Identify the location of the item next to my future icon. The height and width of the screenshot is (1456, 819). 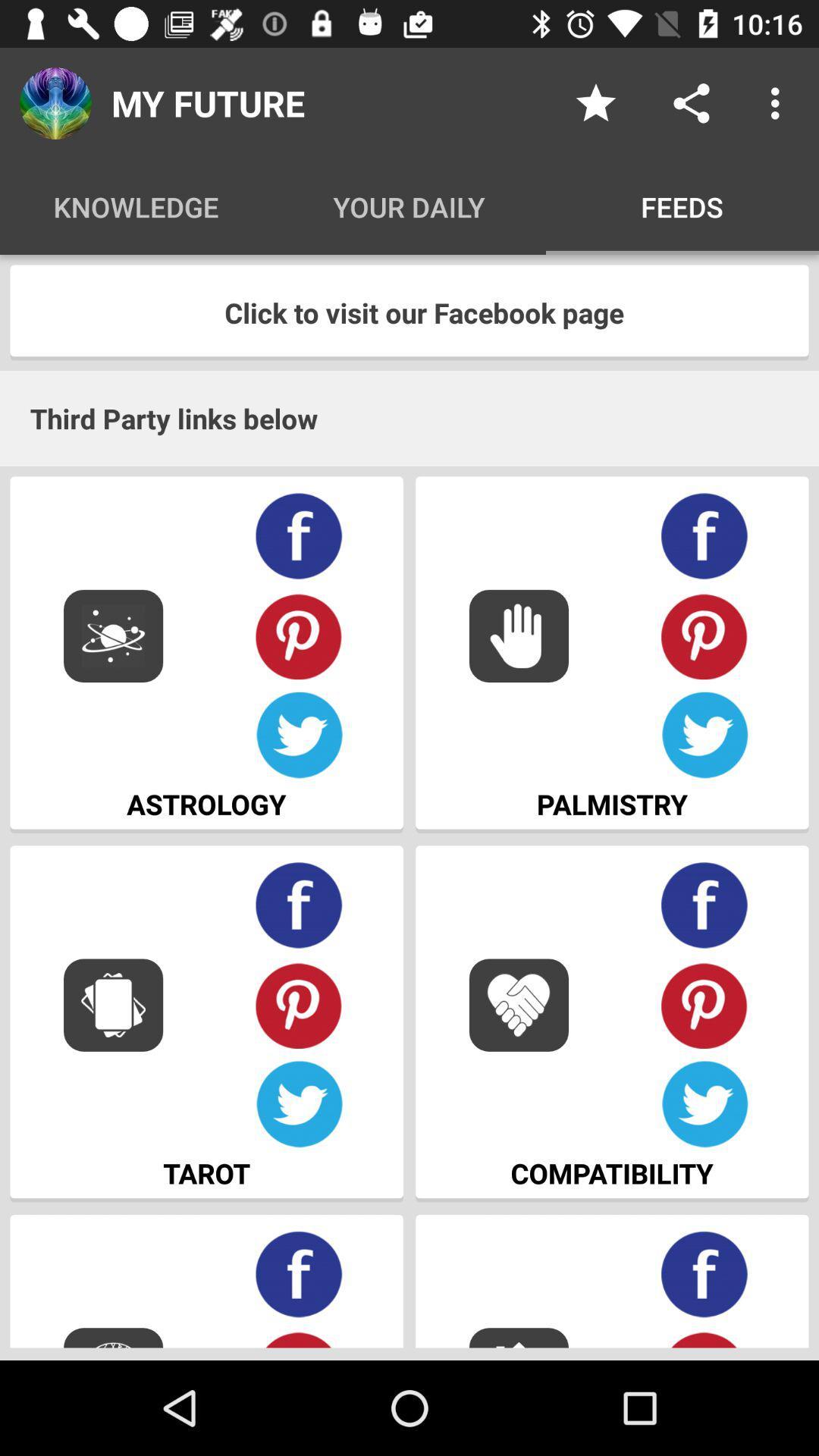
(595, 102).